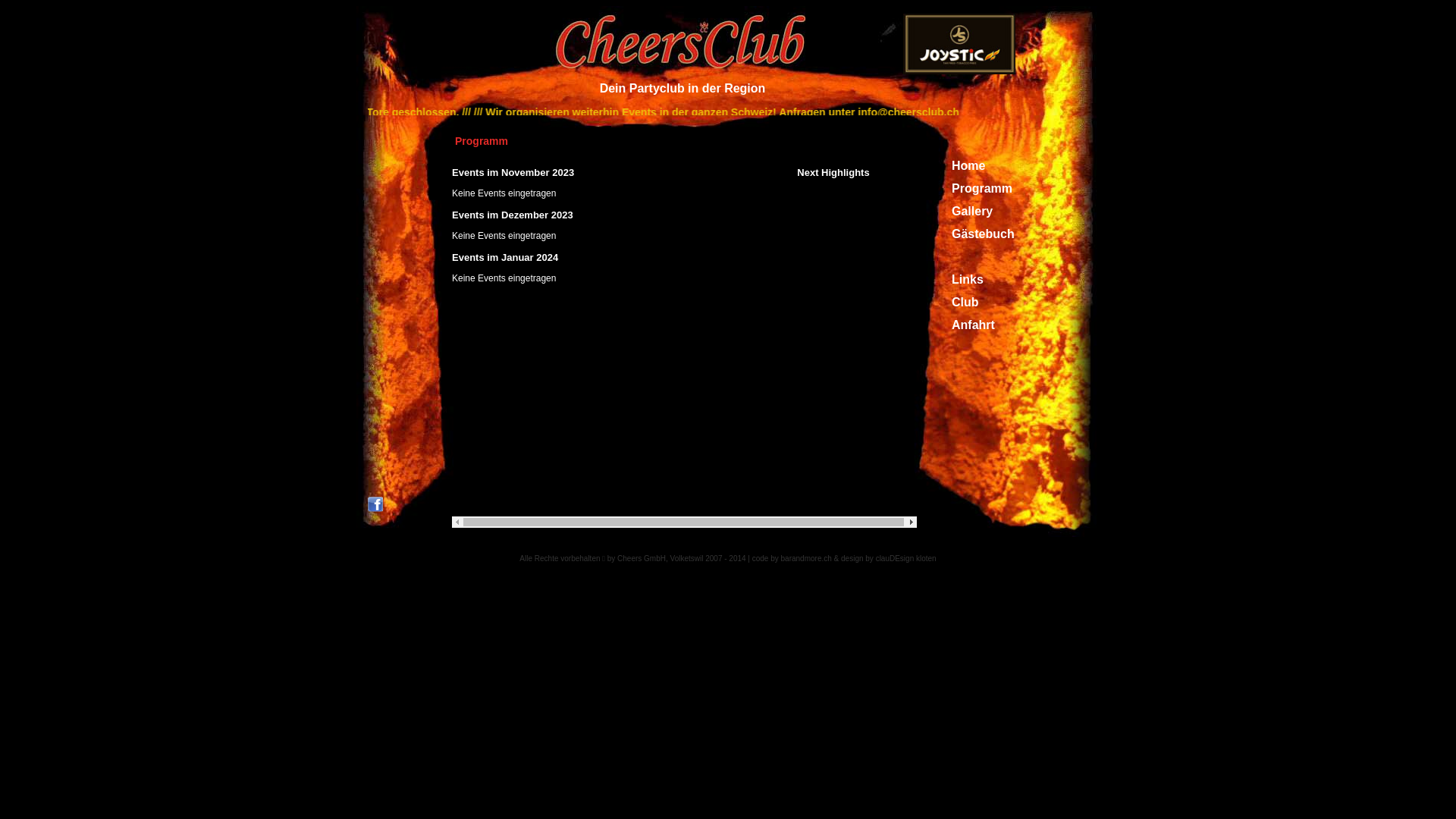 This screenshot has height=819, width=1456. I want to click on 'Programm', so click(950, 187).